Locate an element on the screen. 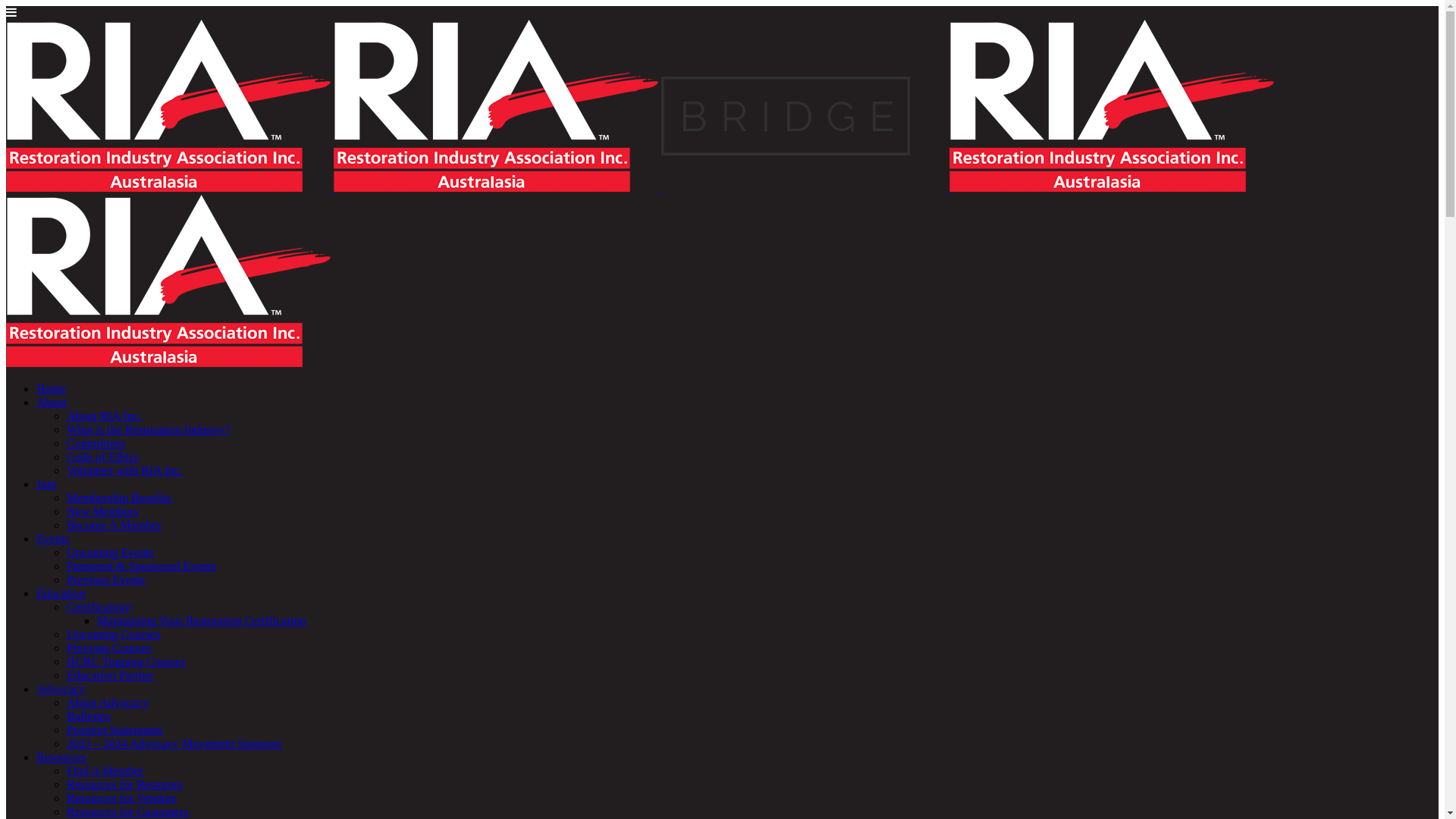 Image resolution: width=1456 pixels, height=819 pixels. 'Committees' is located at coordinates (65, 443).